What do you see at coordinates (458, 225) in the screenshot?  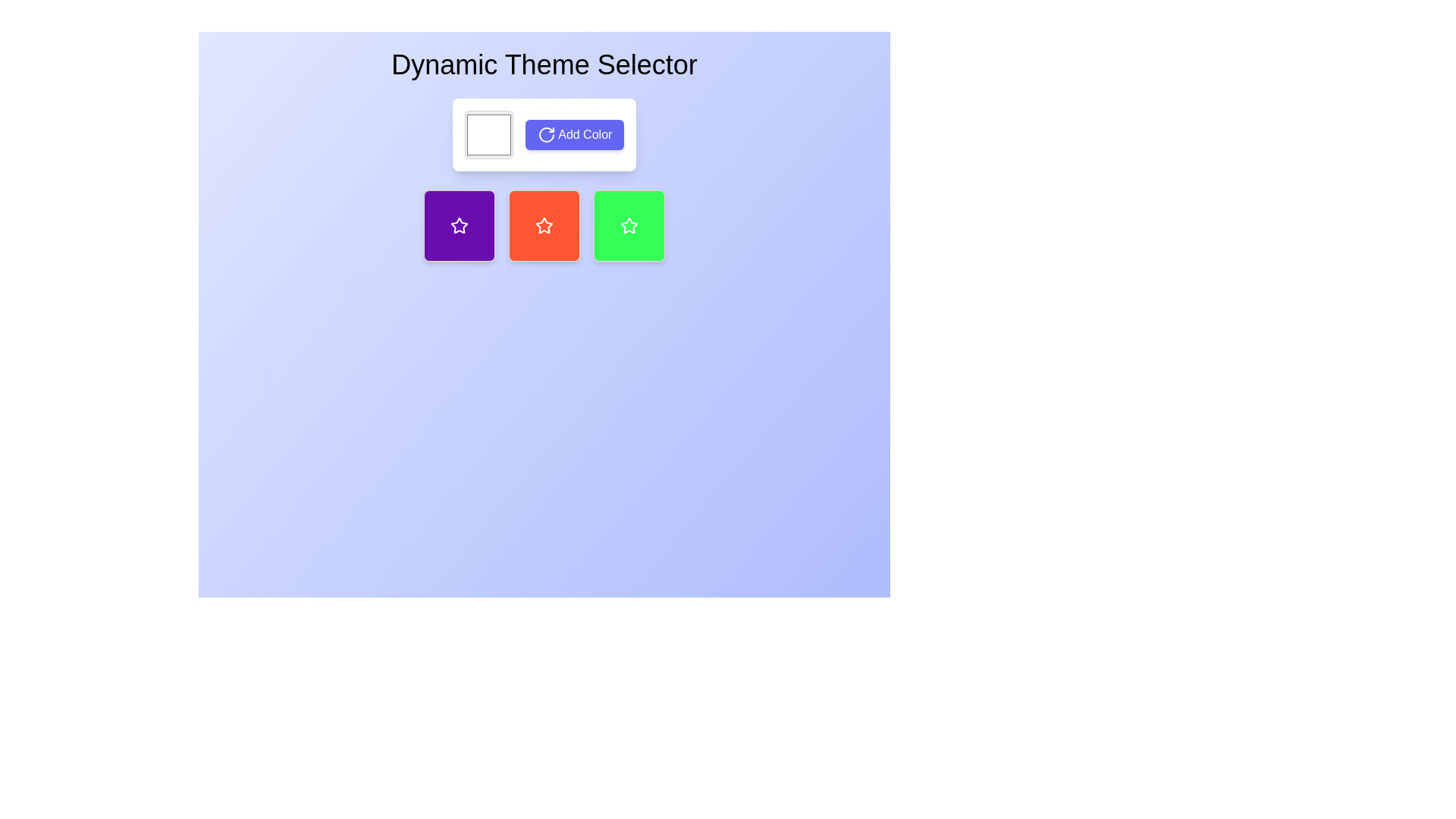 I see `the five-pointed star icon with a white outline on a purple square background` at bounding box center [458, 225].